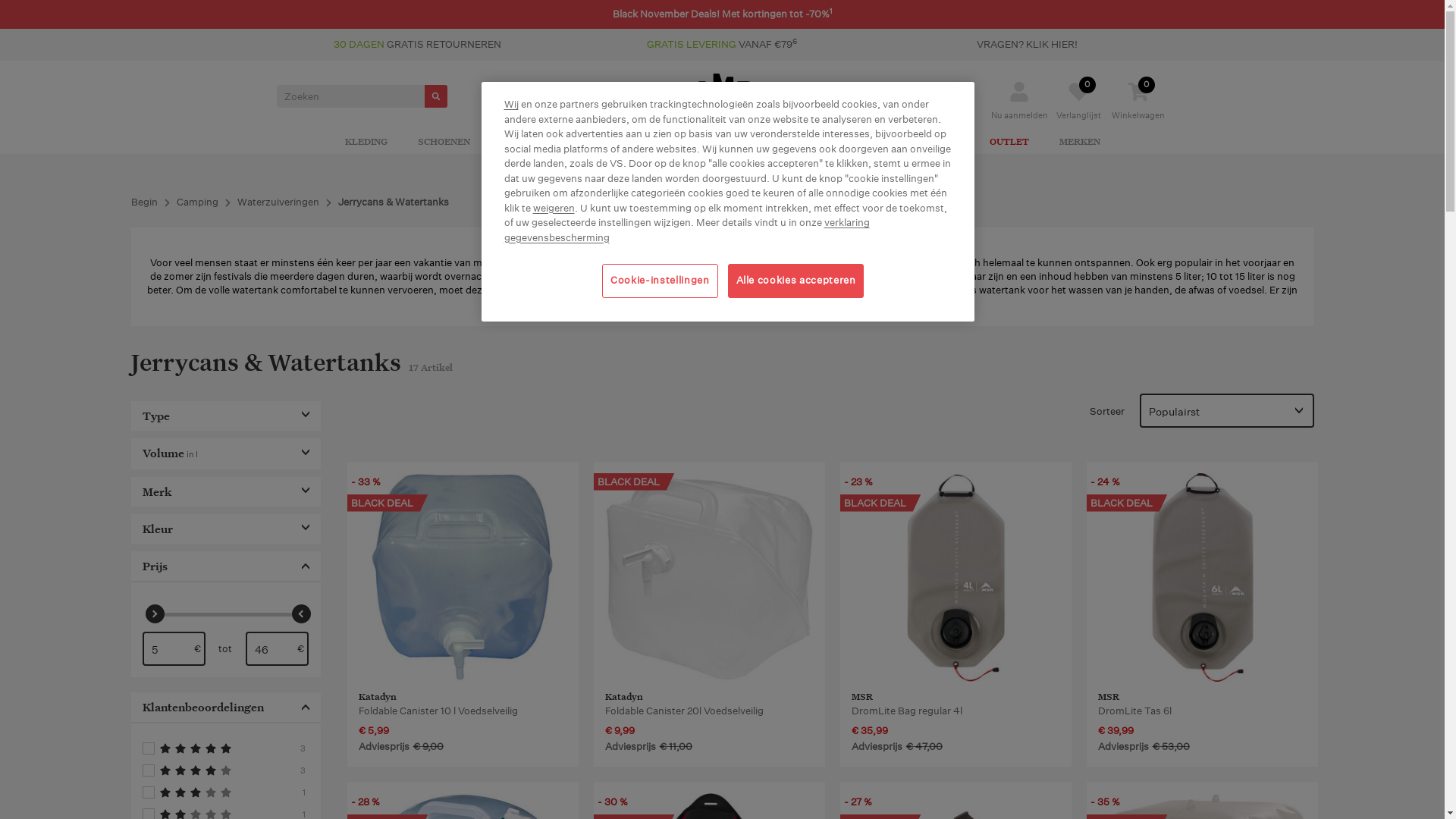 This screenshot has height=819, width=1456. What do you see at coordinates (1201, 614) in the screenshot?
I see `'MSR DromLite Tas 6l'` at bounding box center [1201, 614].